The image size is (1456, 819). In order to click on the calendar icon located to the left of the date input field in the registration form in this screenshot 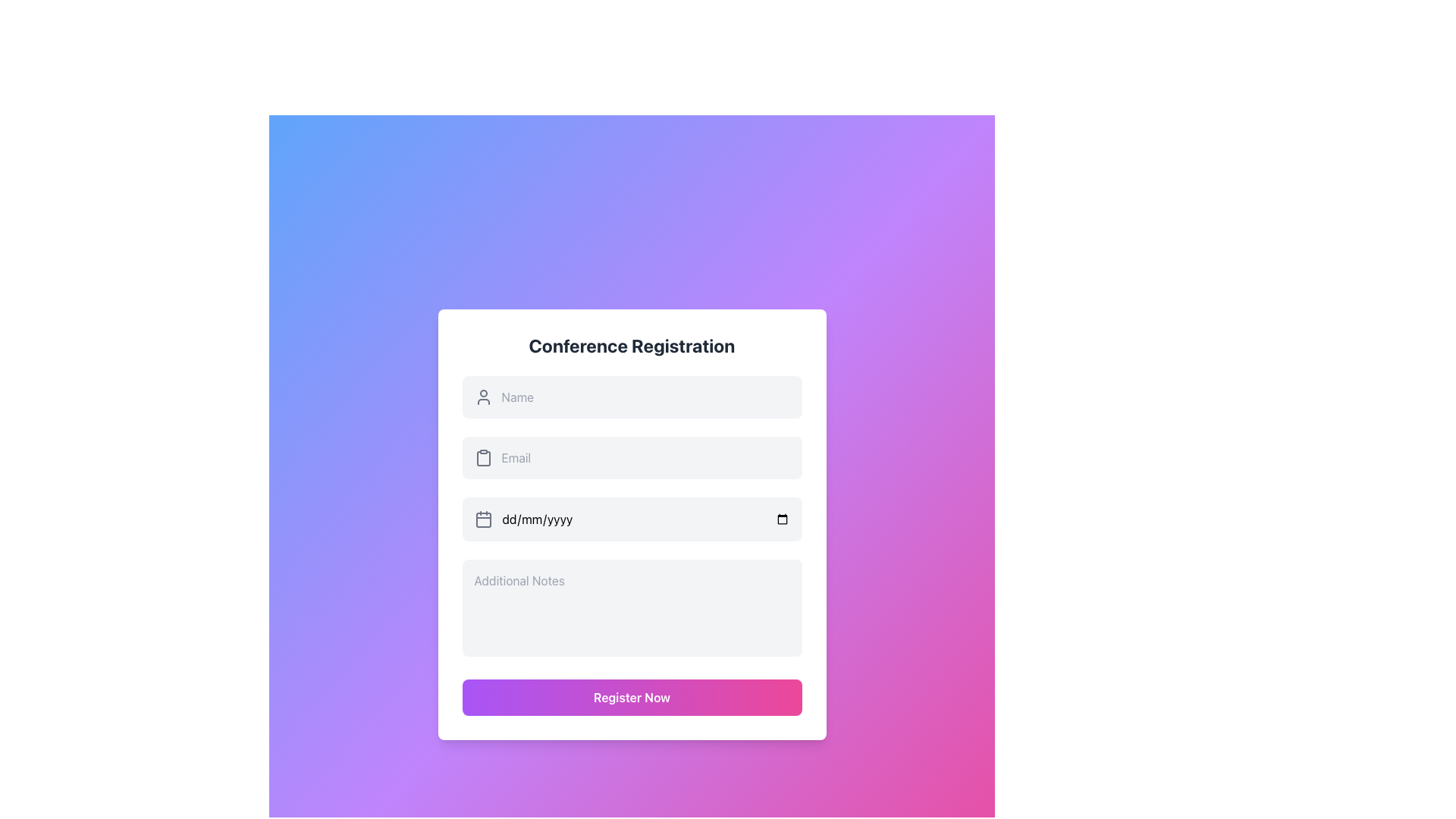, I will do `click(482, 519)`.